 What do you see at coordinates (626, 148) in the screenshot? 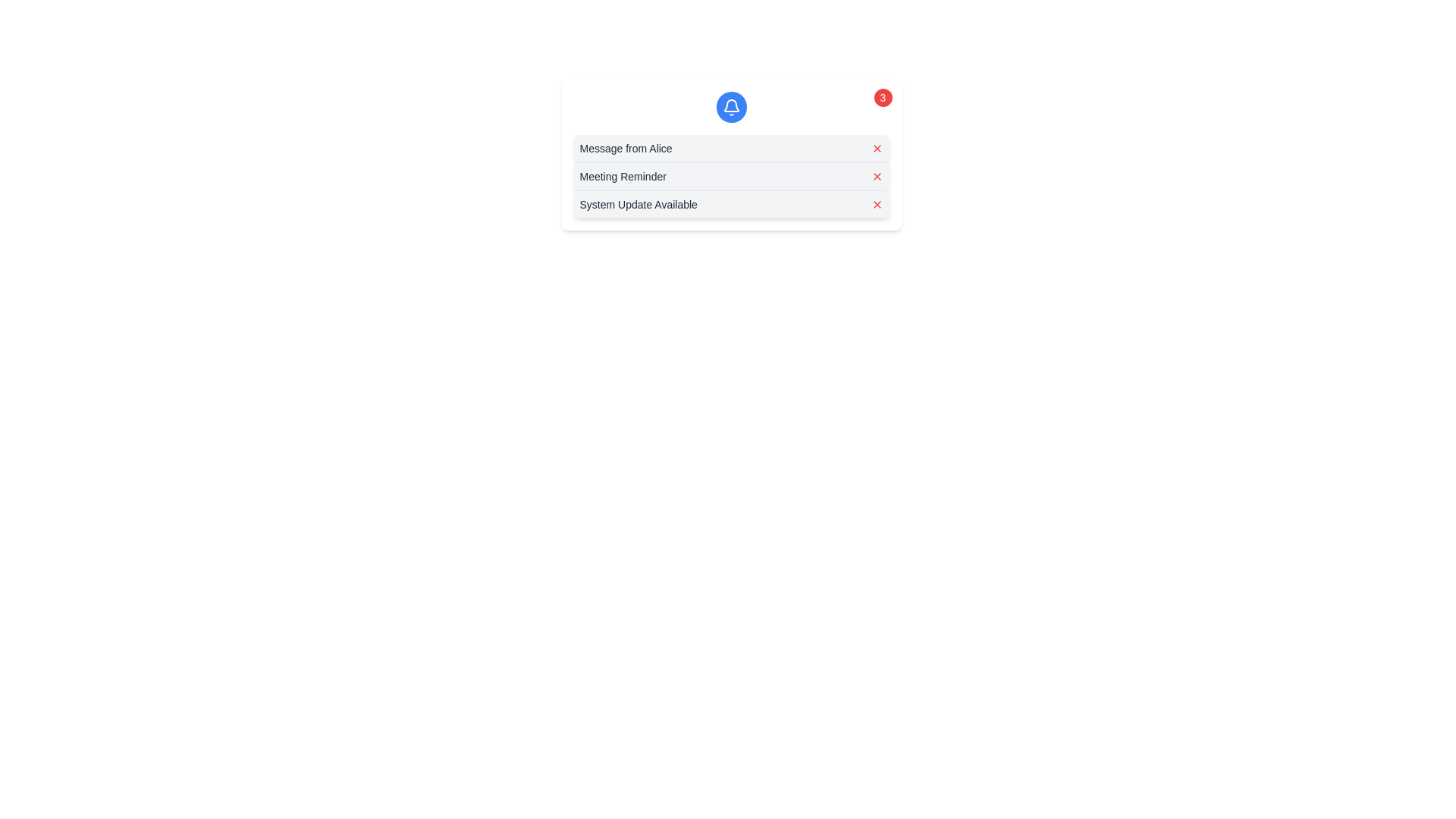
I see `the Text Label that serves as the title of the notification entry, located at the top of the list of notifications` at bounding box center [626, 148].